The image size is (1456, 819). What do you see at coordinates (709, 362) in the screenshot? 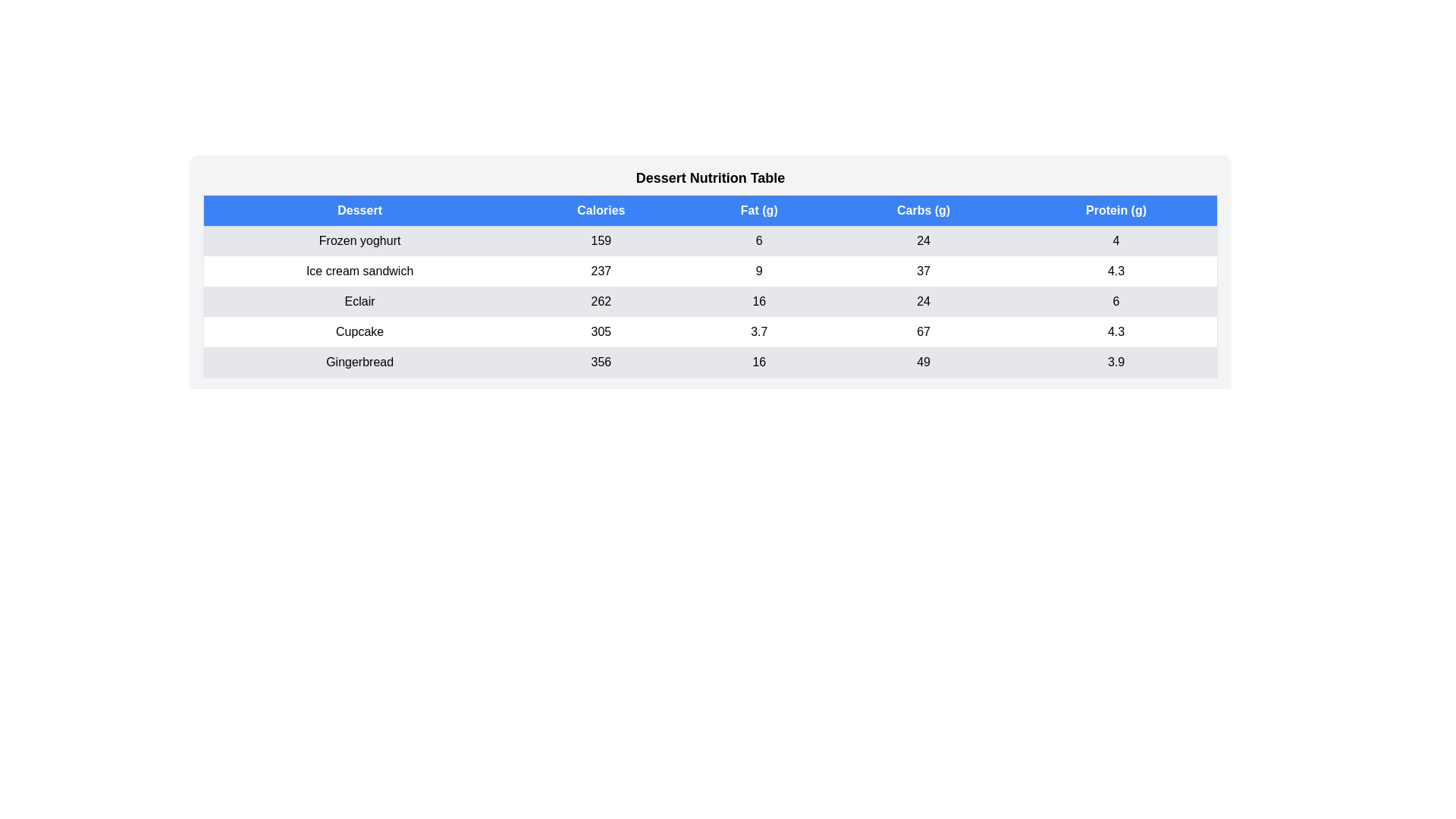
I see `the row corresponding to Gingerbread` at bounding box center [709, 362].